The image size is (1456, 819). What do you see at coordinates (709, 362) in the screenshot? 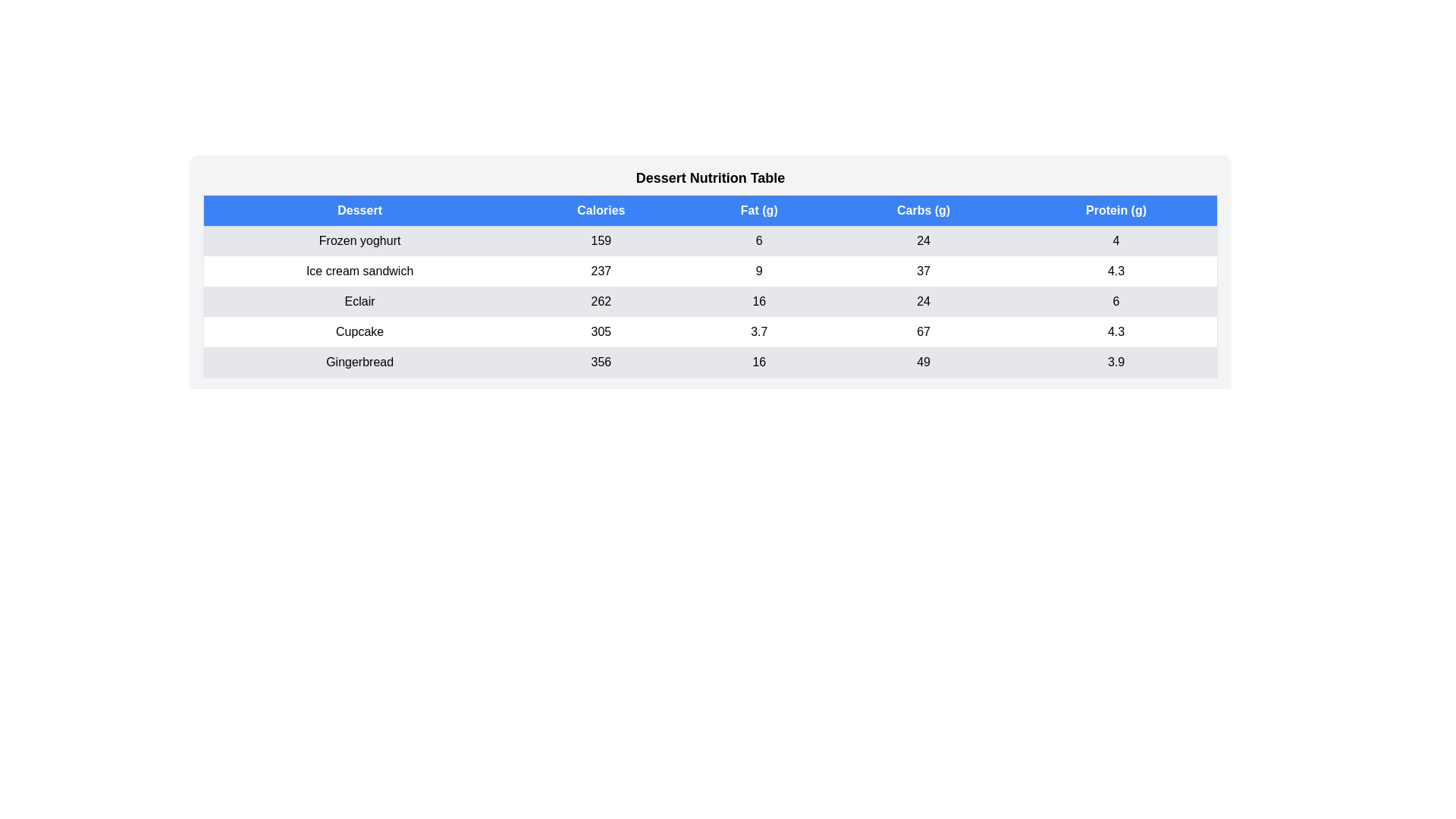
I see `the row corresponding to Gingerbread` at bounding box center [709, 362].